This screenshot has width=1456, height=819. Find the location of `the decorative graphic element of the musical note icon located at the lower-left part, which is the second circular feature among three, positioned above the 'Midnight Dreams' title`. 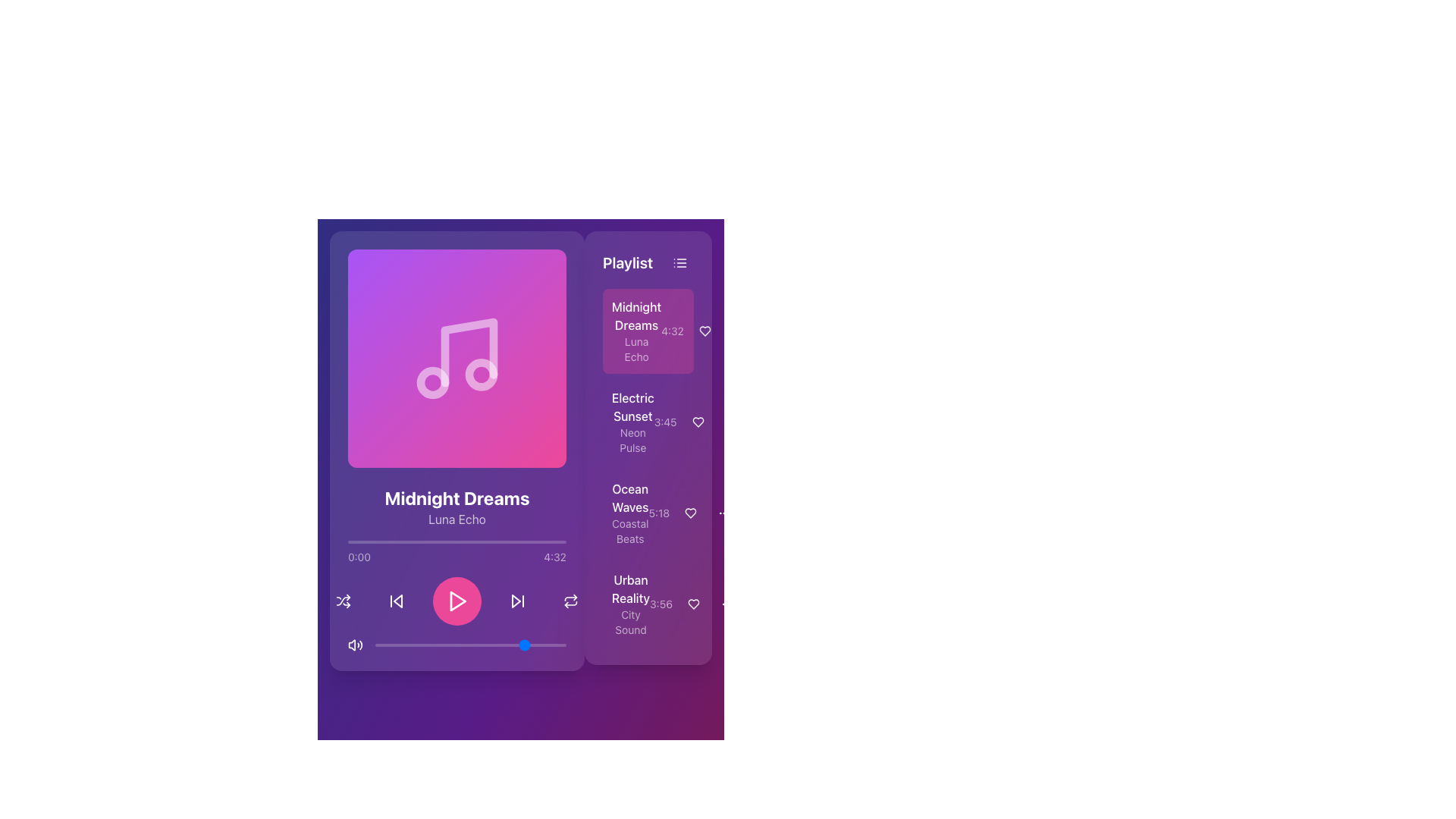

the decorative graphic element of the musical note icon located at the lower-left part, which is the second circular feature among three, positioned above the 'Midnight Dreams' title is located at coordinates (432, 382).